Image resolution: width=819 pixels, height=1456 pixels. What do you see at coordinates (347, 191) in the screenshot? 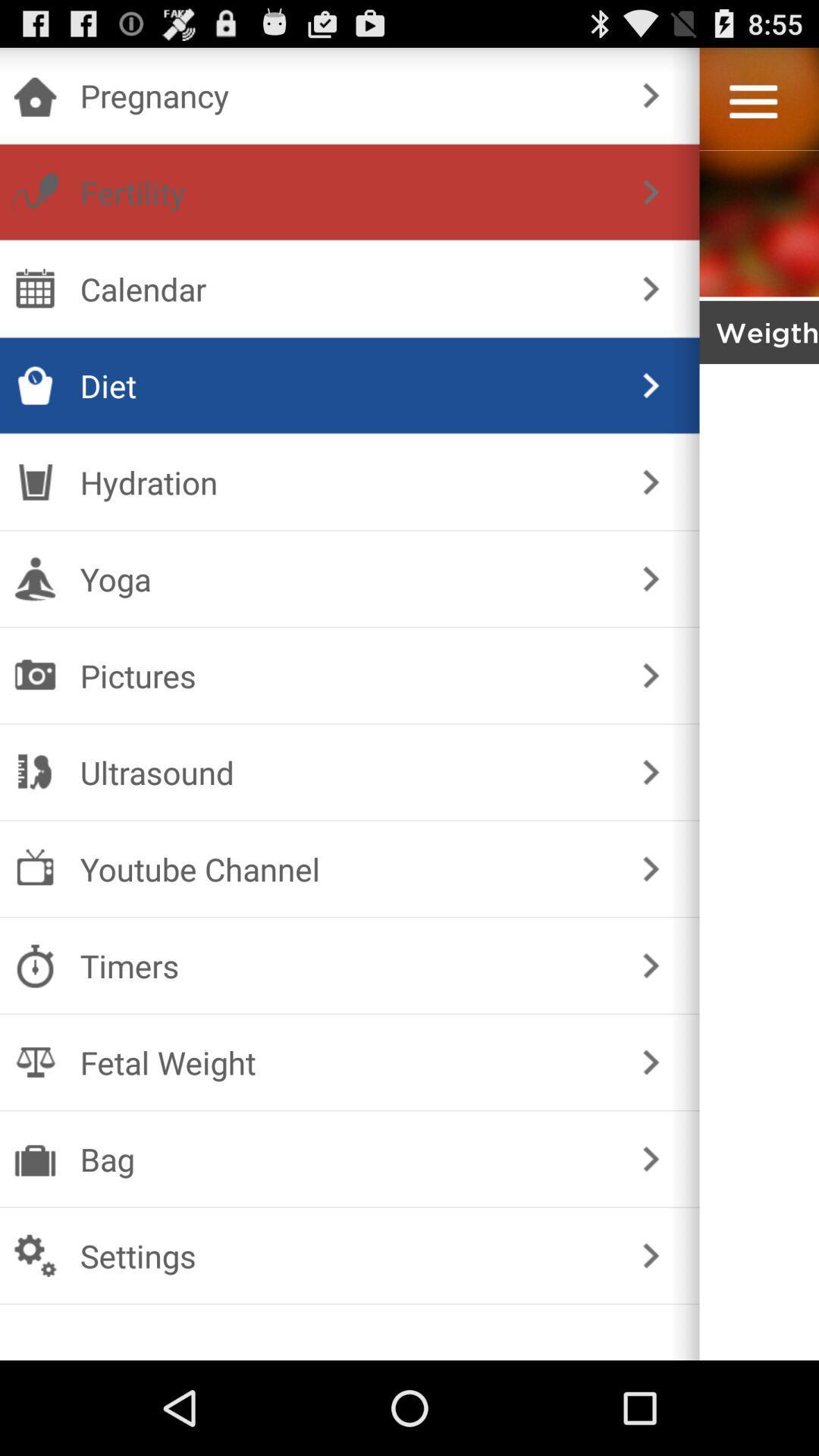
I see `checkbox below the pregnancy checkbox` at bounding box center [347, 191].